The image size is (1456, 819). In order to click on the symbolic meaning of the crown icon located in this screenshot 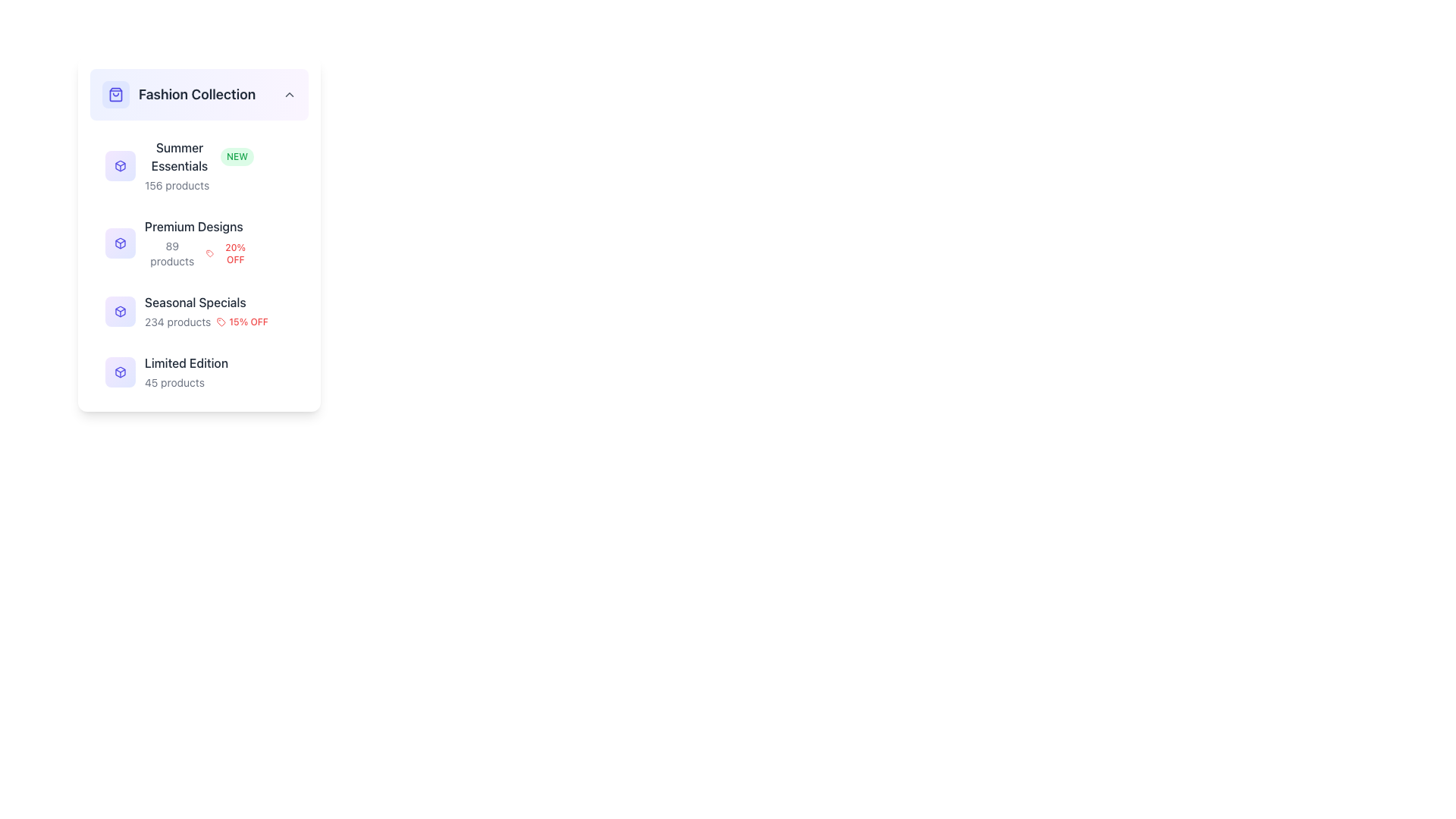, I will do `click(263, 372)`.